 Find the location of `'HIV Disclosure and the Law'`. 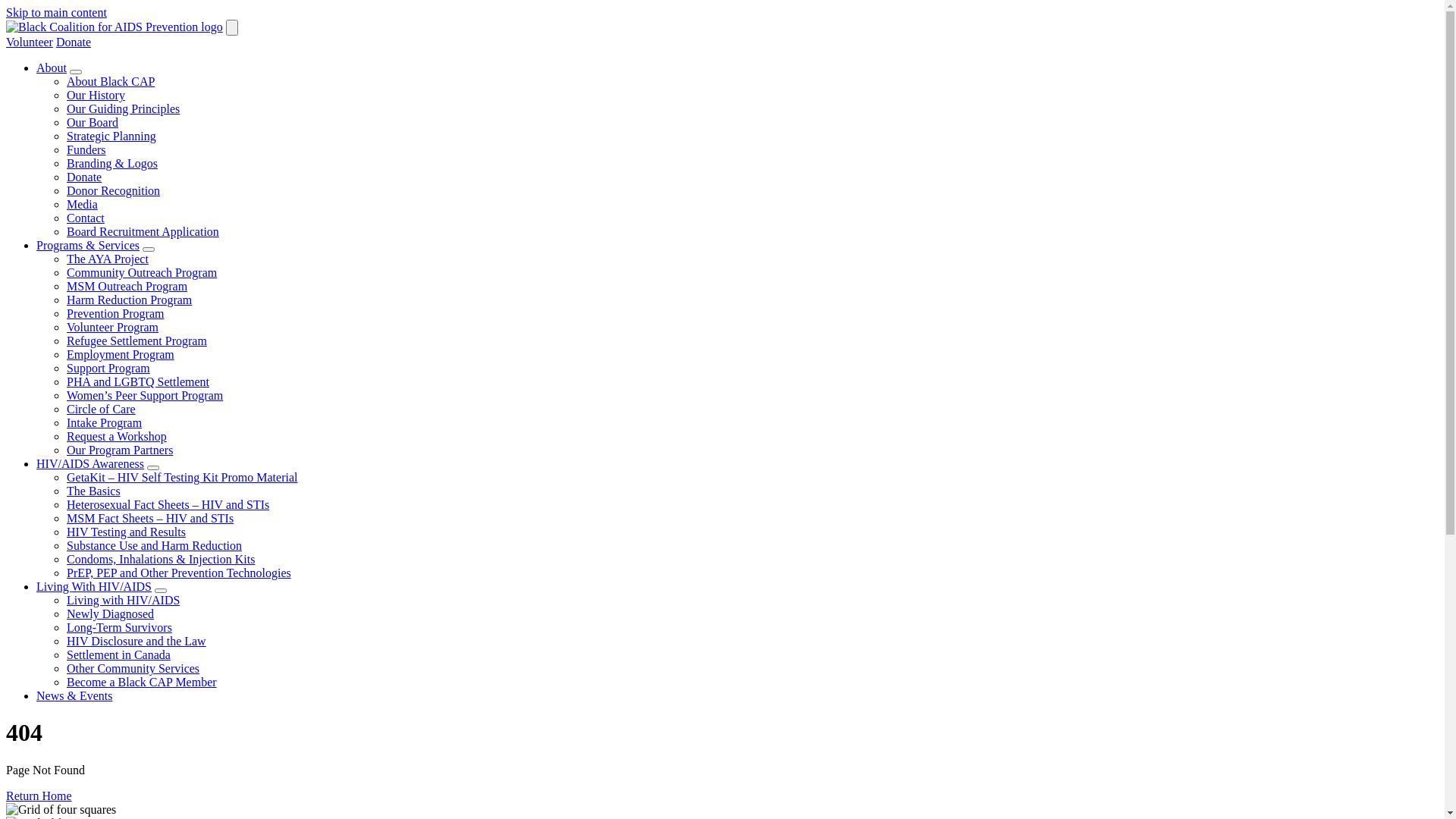

'HIV Disclosure and the Law' is located at coordinates (136, 641).